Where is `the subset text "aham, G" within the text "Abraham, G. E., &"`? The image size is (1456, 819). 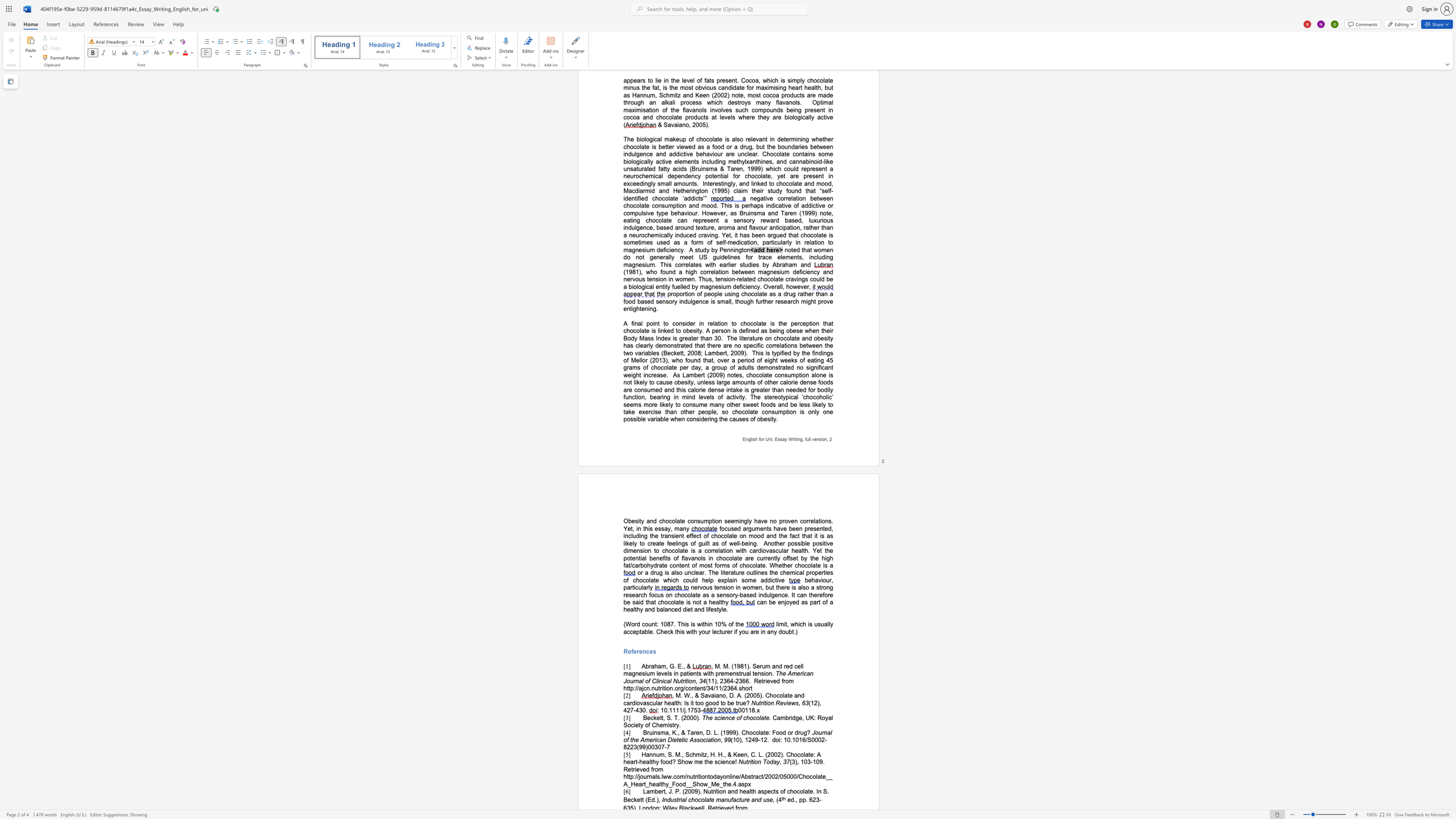
the subset text "aham, G" within the text "Abraham, G. E., &" is located at coordinates (650, 666).